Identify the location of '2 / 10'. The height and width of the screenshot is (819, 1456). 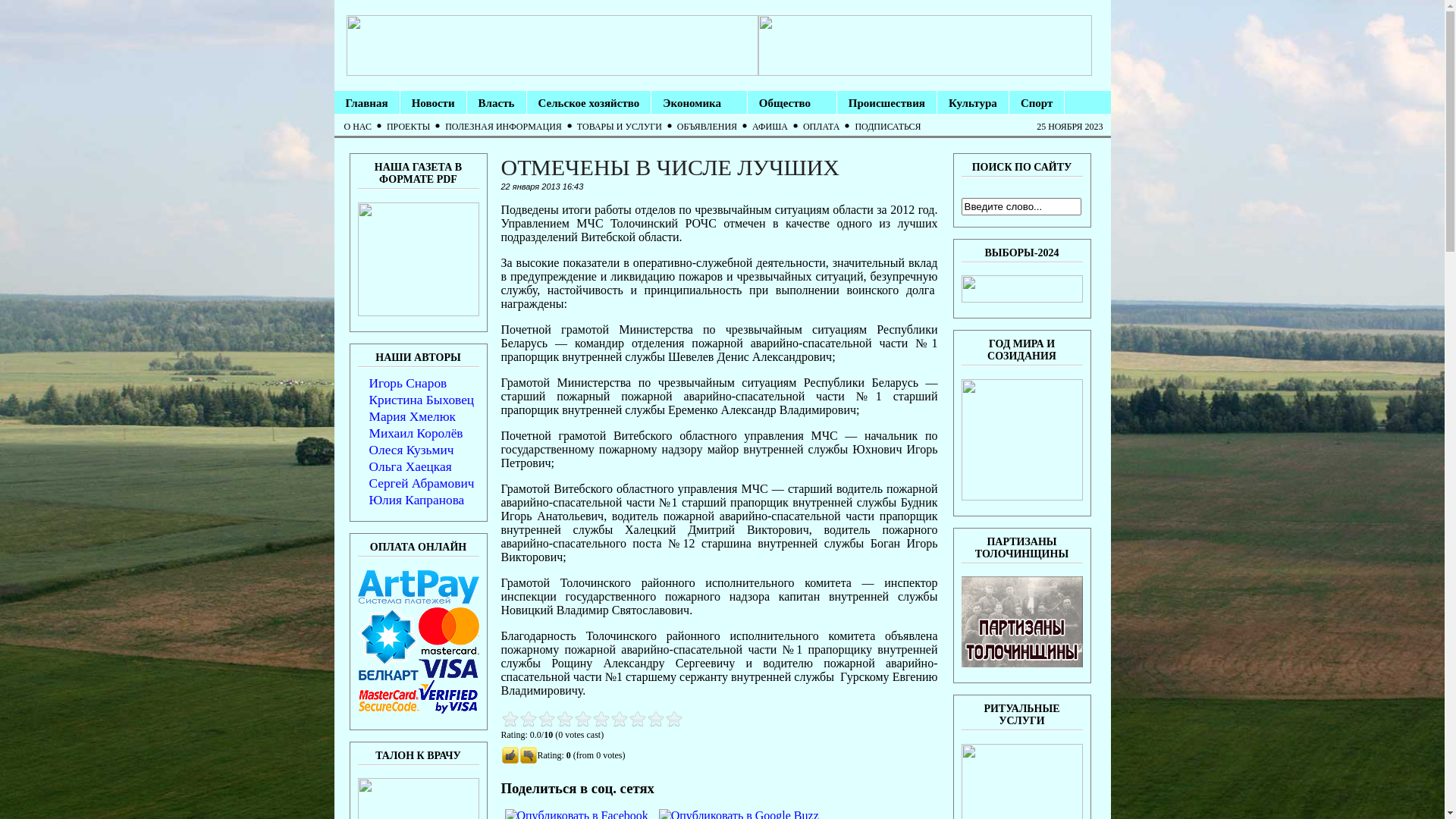
(519, 718).